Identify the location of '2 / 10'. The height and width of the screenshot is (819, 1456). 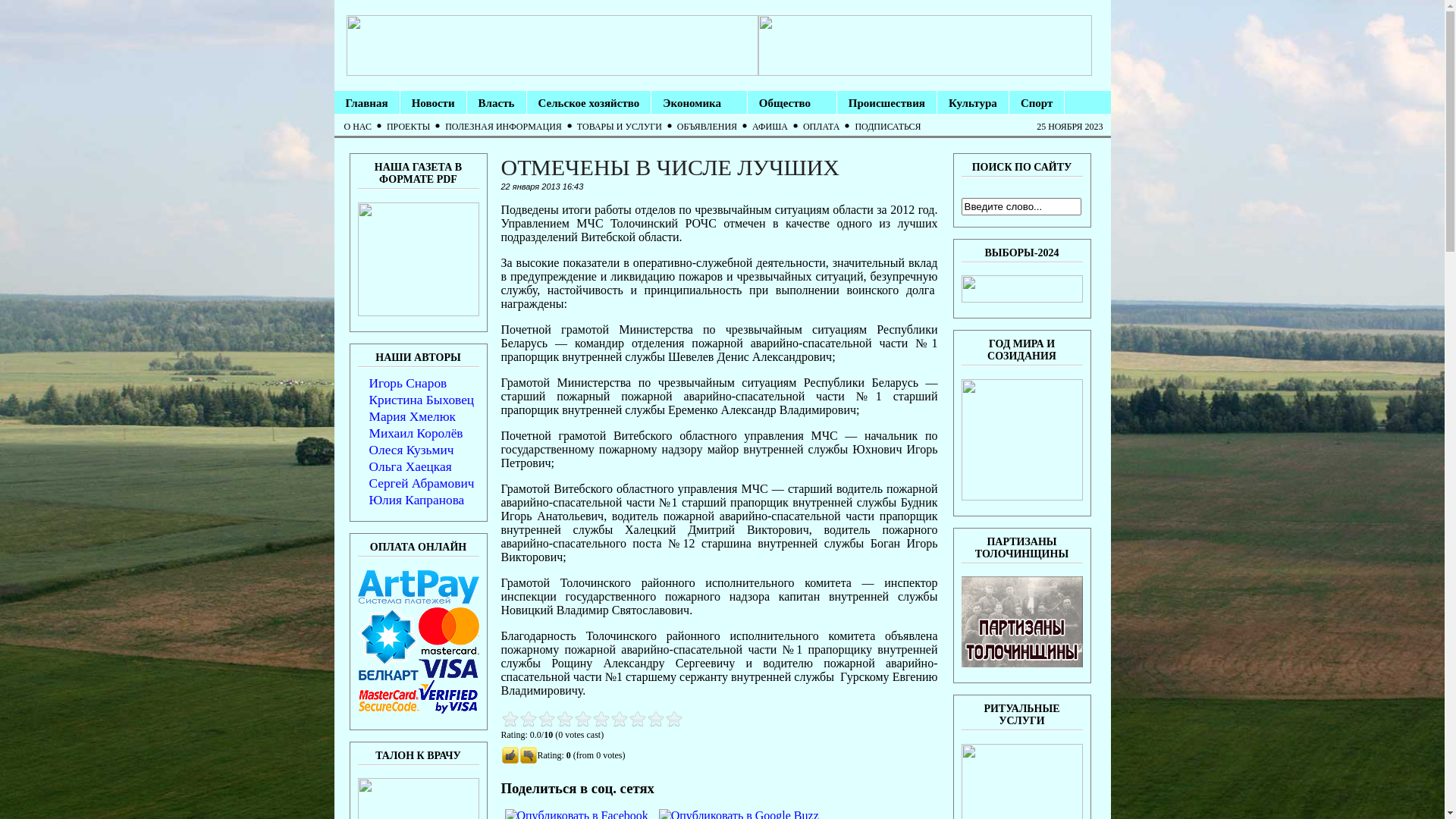
(519, 718).